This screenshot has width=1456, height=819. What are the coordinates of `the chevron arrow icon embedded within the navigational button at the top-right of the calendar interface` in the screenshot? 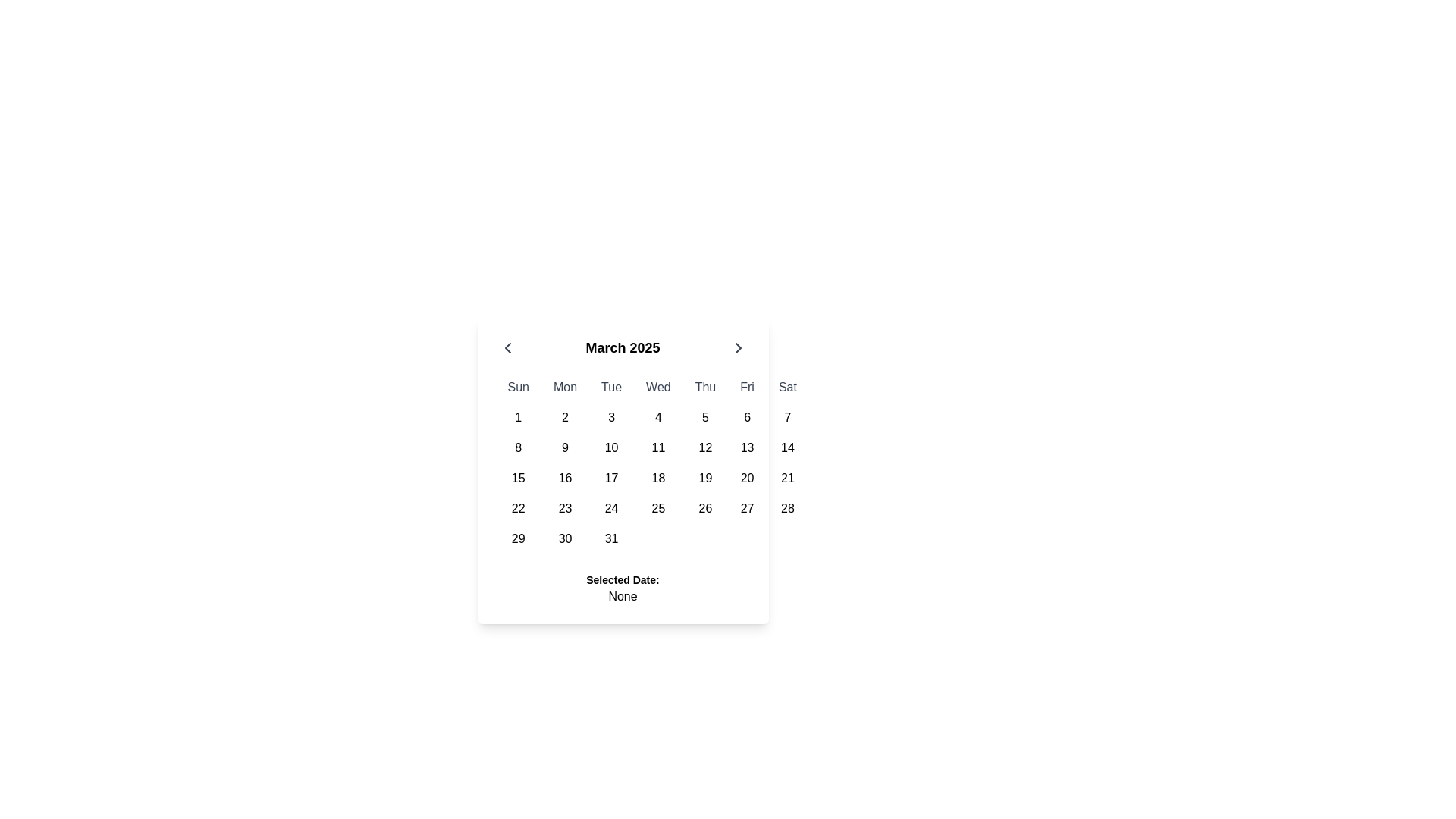 It's located at (738, 348).